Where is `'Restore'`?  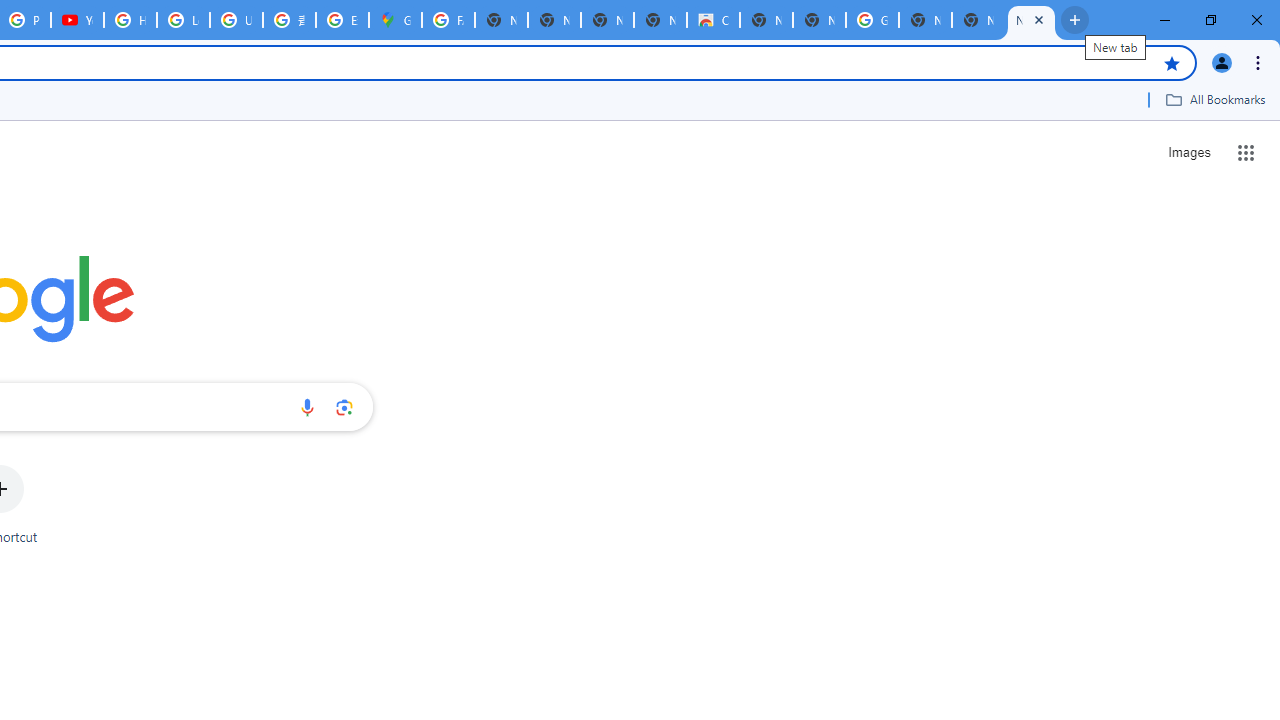 'Restore' is located at coordinates (1209, 20).